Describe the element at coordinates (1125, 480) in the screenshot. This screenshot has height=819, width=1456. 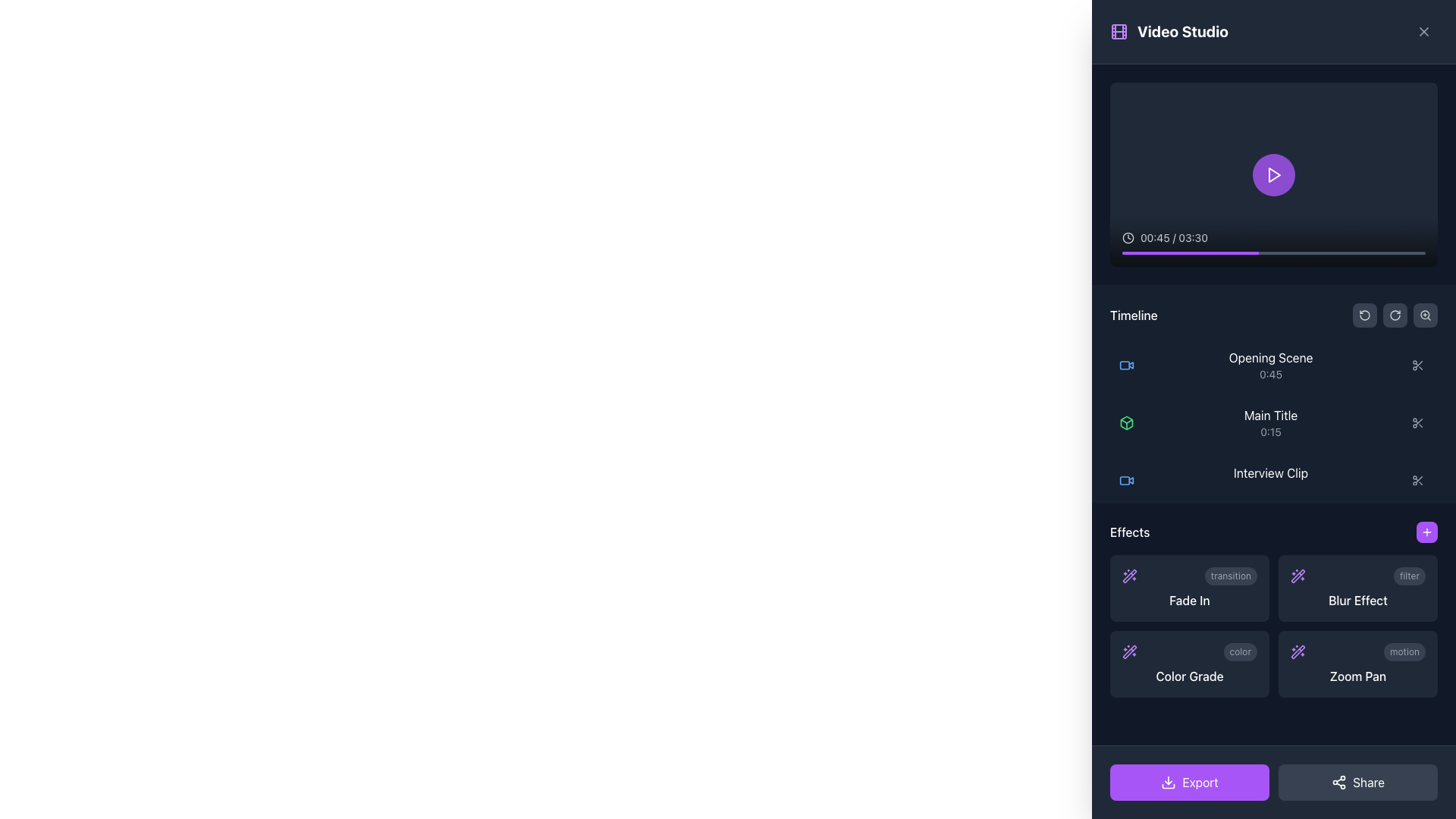
I see `the rectangular shape with a rounded border that is part of the video-related icon in the 'Timeline' section of the interface` at that location.